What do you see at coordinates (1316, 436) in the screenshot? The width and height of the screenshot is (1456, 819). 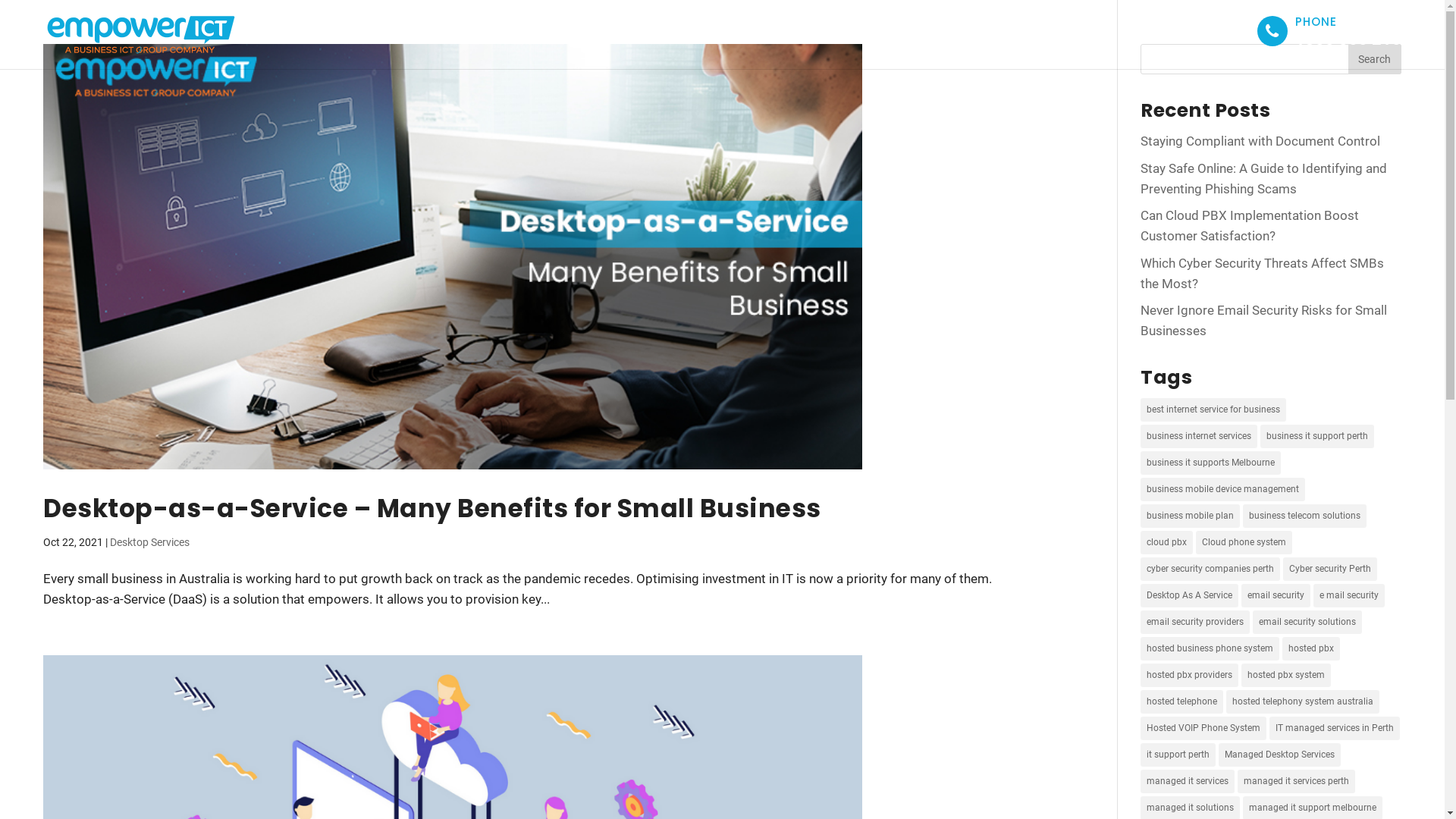 I see `'business it support perth'` at bounding box center [1316, 436].